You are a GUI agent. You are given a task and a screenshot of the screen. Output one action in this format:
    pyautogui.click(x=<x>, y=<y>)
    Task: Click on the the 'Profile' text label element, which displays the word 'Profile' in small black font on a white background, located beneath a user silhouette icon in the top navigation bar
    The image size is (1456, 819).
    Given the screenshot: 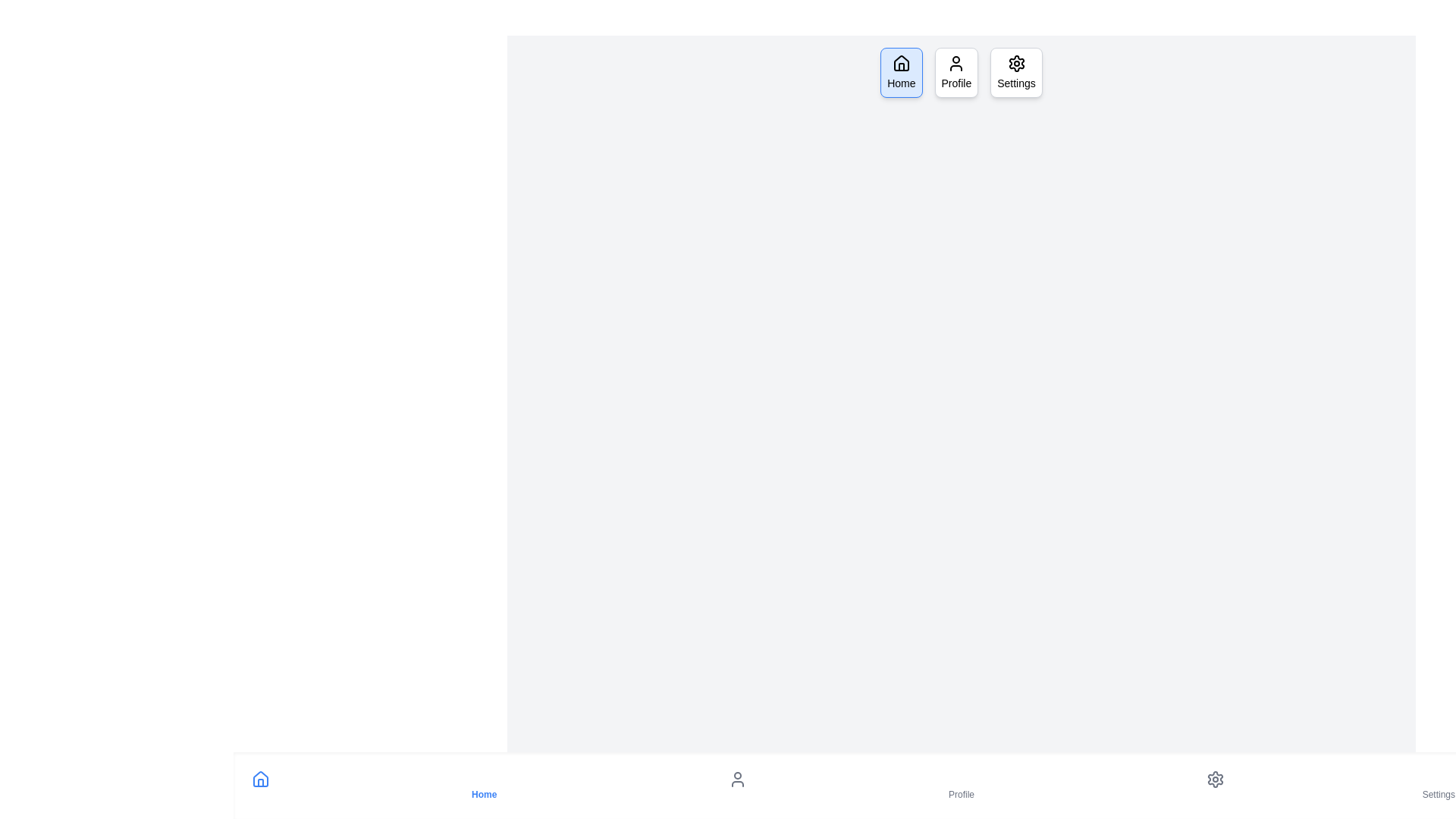 What is the action you would take?
    pyautogui.click(x=955, y=83)
    